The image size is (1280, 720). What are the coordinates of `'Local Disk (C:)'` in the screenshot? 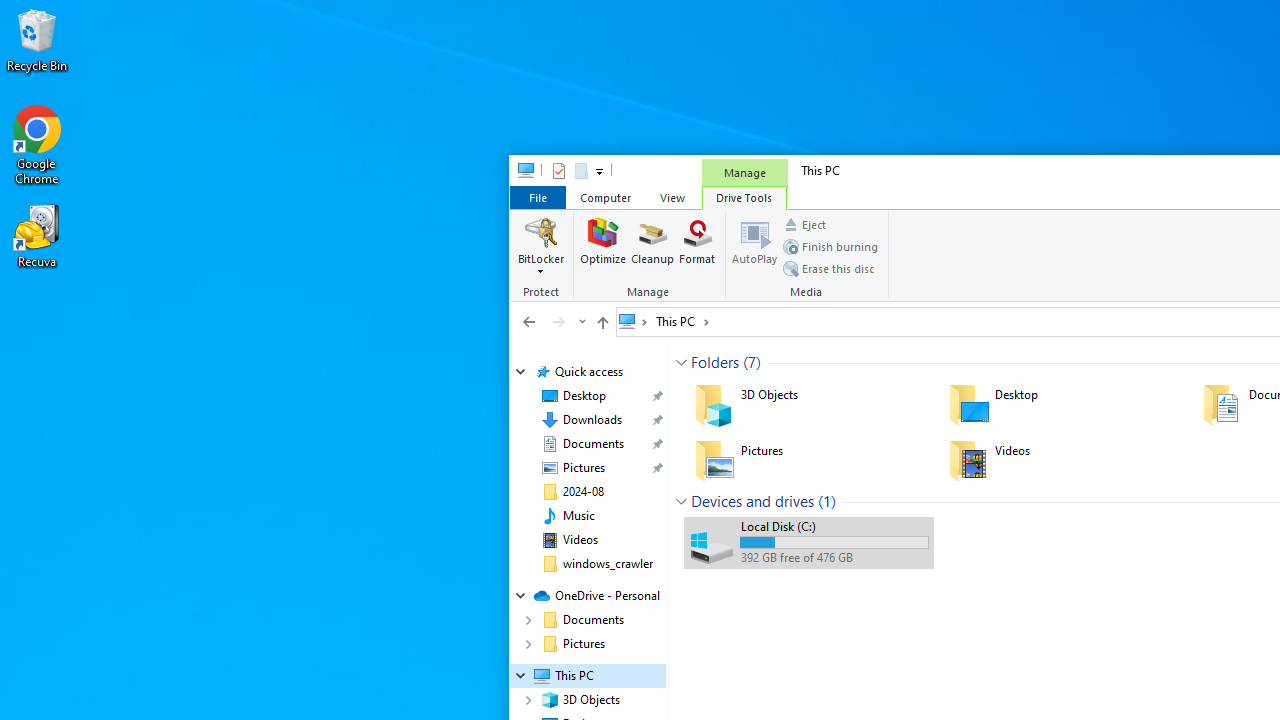 It's located at (808, 542).